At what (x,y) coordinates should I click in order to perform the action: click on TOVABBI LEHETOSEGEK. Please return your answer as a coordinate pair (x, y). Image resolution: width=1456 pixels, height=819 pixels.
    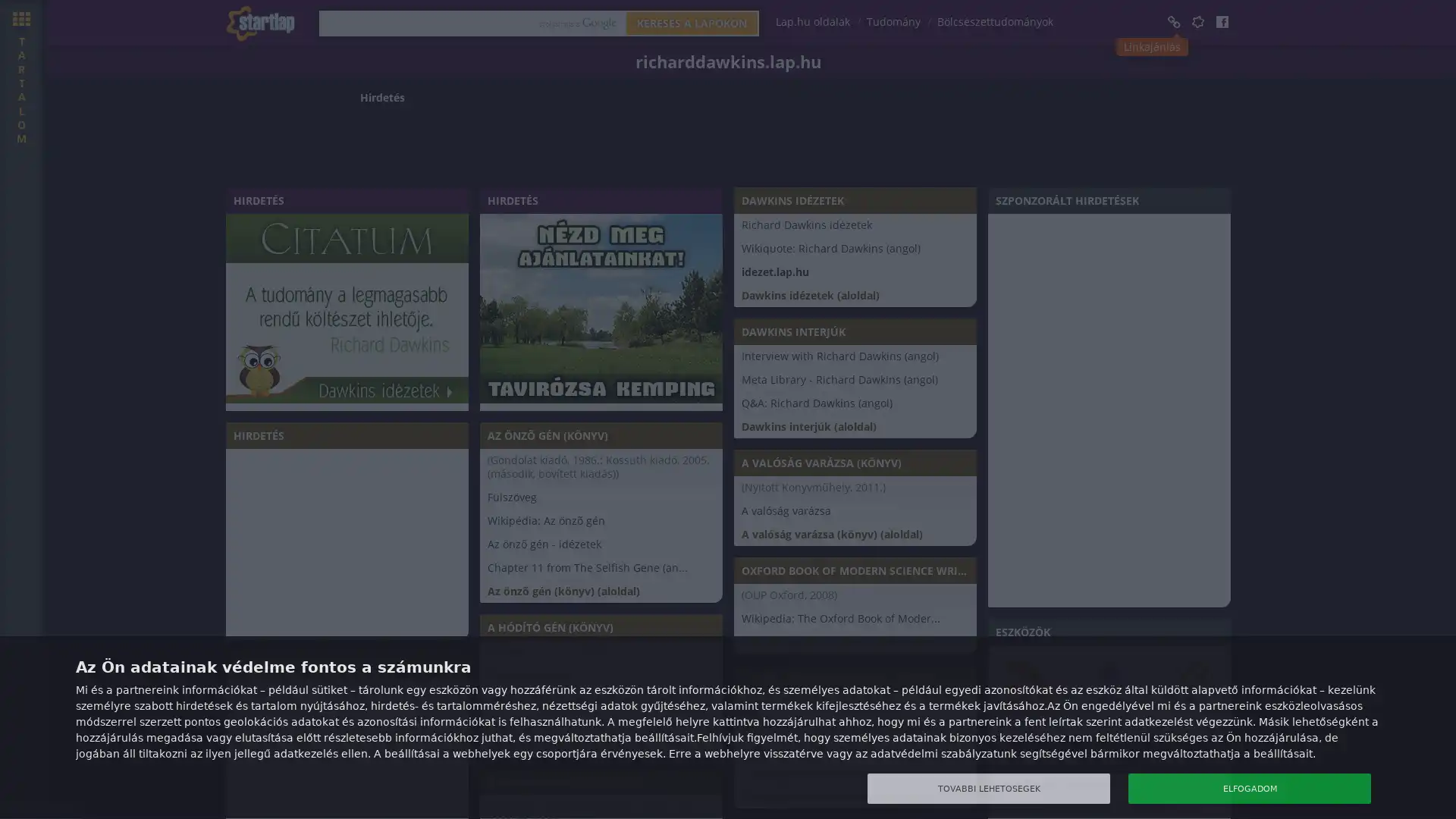
    Looking at the image, I should click on (989, 788).